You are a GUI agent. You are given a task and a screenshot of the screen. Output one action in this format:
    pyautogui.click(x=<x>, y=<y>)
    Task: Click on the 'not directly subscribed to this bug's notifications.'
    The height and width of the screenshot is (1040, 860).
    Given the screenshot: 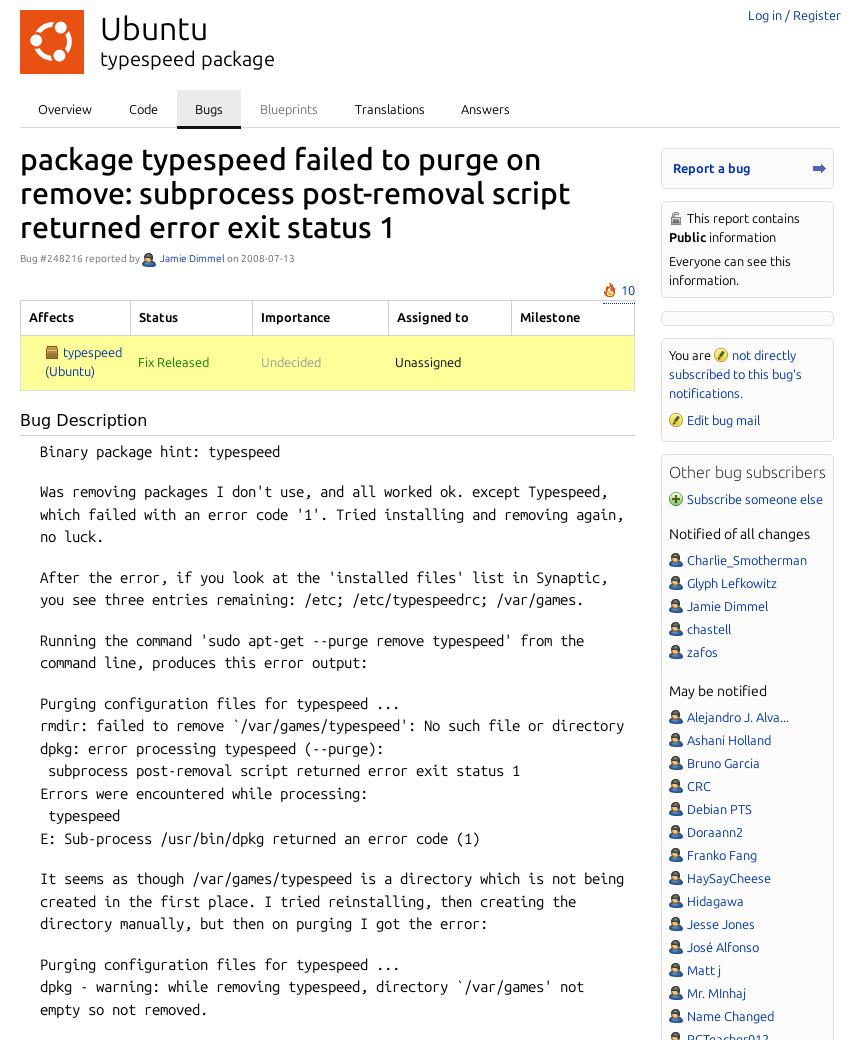 What is the action you would take?
    pyautogui.click(x=733, y=372)
    